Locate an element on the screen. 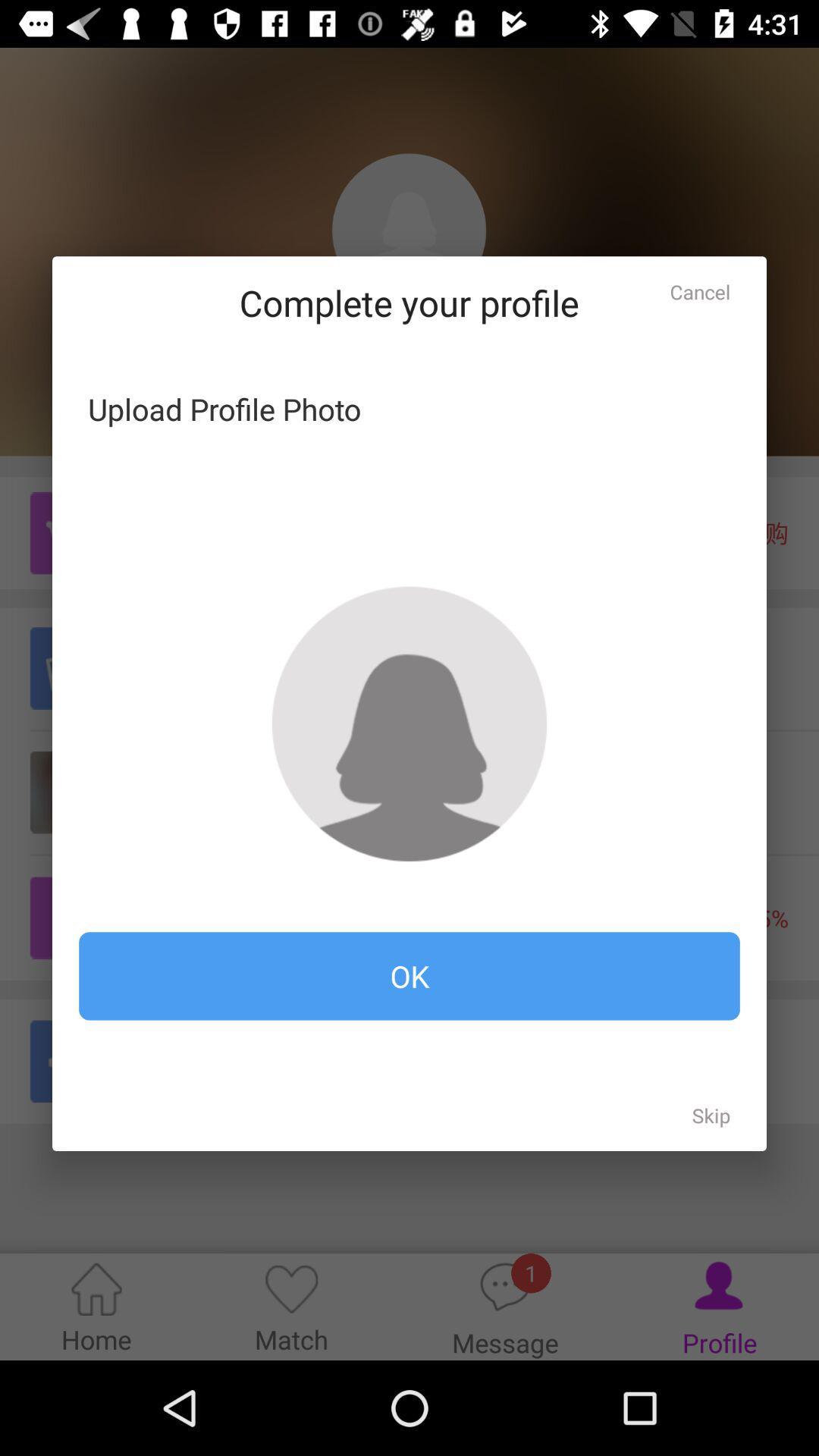 This screenshot has height=1456, width=819. the cancel icon is located at coordinates (700, 292).